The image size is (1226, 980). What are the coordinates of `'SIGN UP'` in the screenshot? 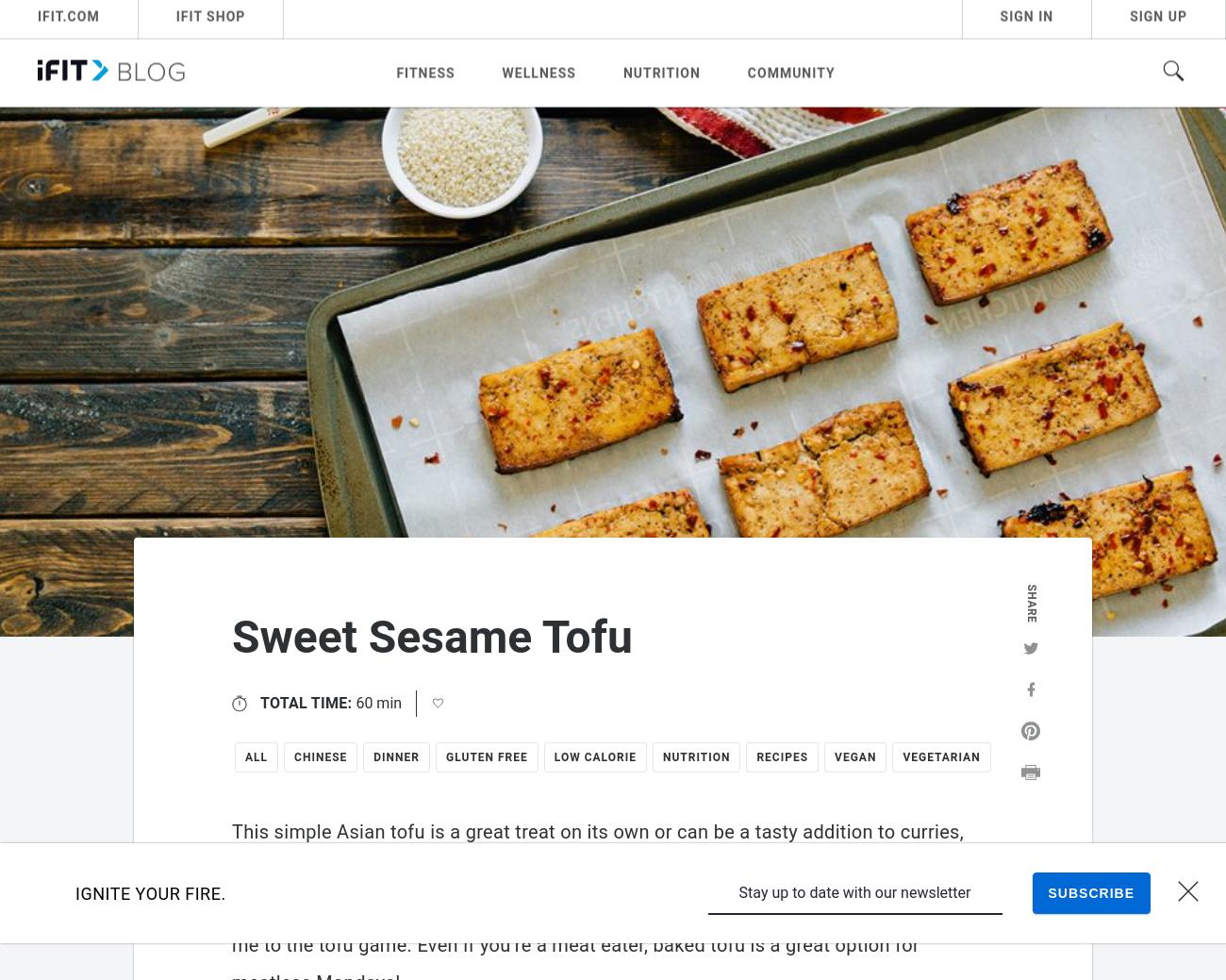 It's located at (1157, 20).